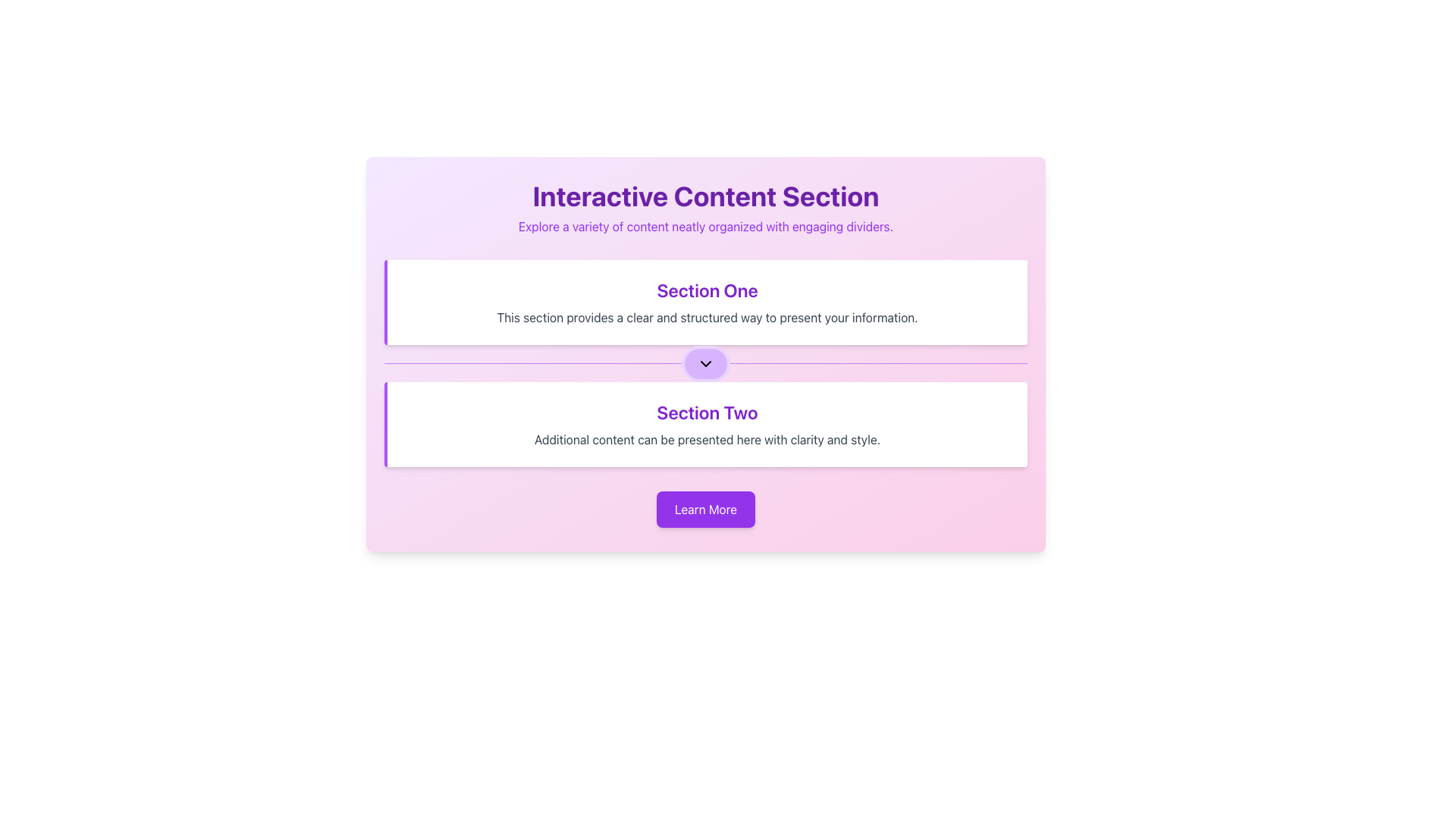  Describe the element at coordinates (706, 290) in the screenshot. I see `text from the header labeled 'Section One', which is styled in bold and large purple font` at that location.